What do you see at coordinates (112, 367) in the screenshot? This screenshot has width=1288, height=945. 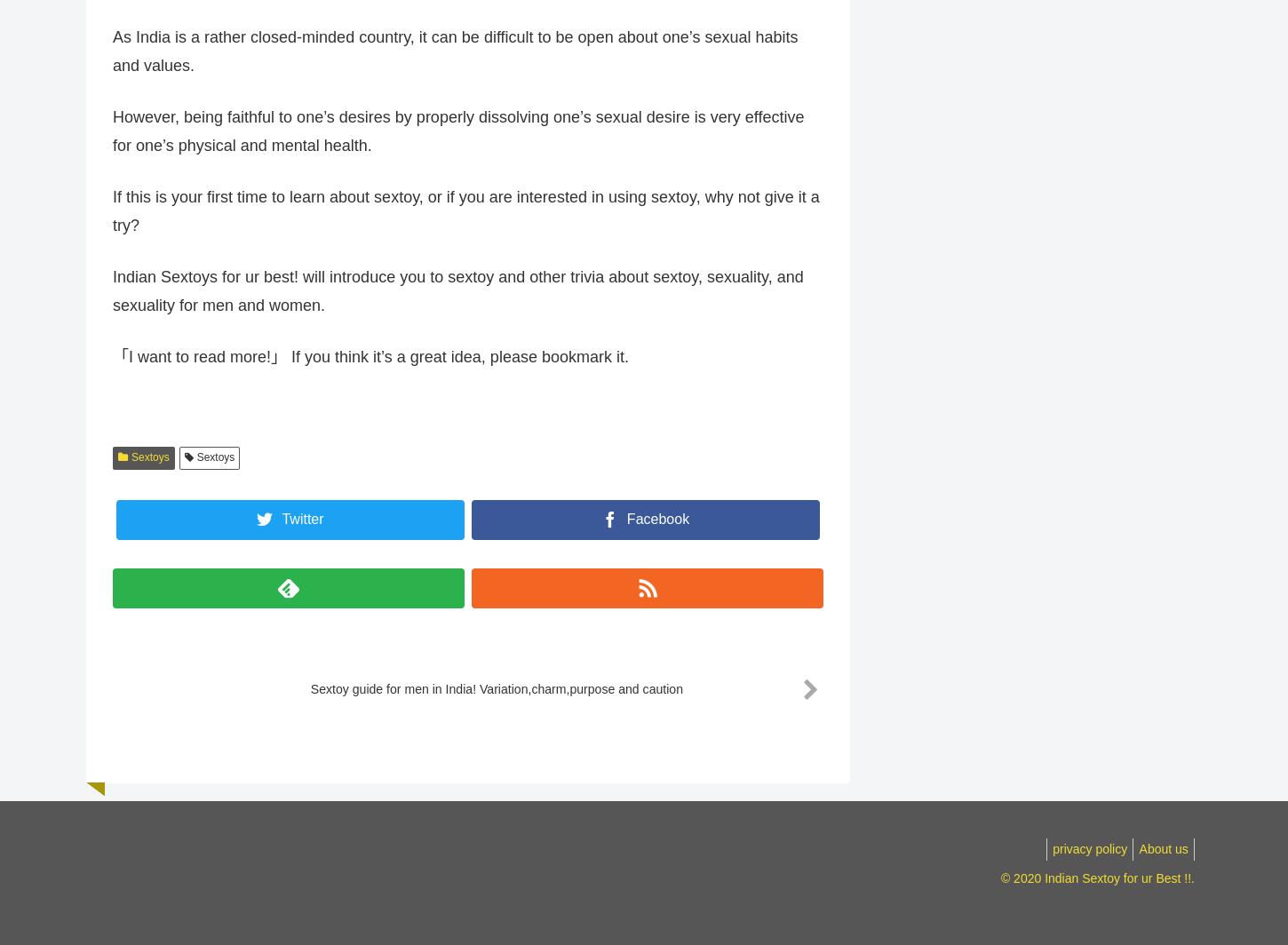 I see `'「I want to read more!」 If you think it’s a great idea, please bookmark it.'` at bounding box center [112, 367].